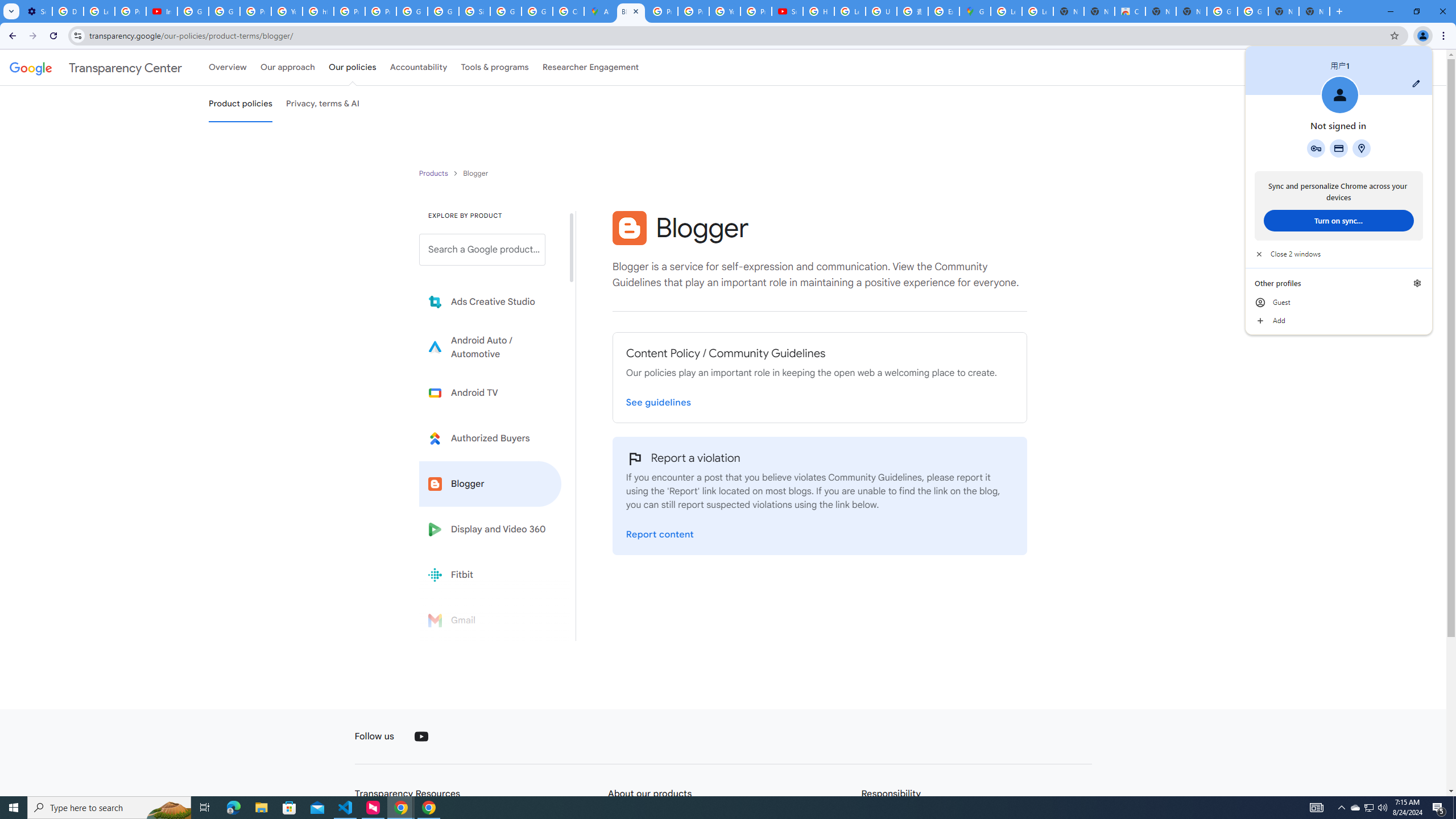 Image resolution: width=1456 pixels, height=819 pixels. What do you see at coordinates (659, 533) in the screenshot?
I see `'Report a violation on the Blogger Report page'` at bounding box center [659, 533].